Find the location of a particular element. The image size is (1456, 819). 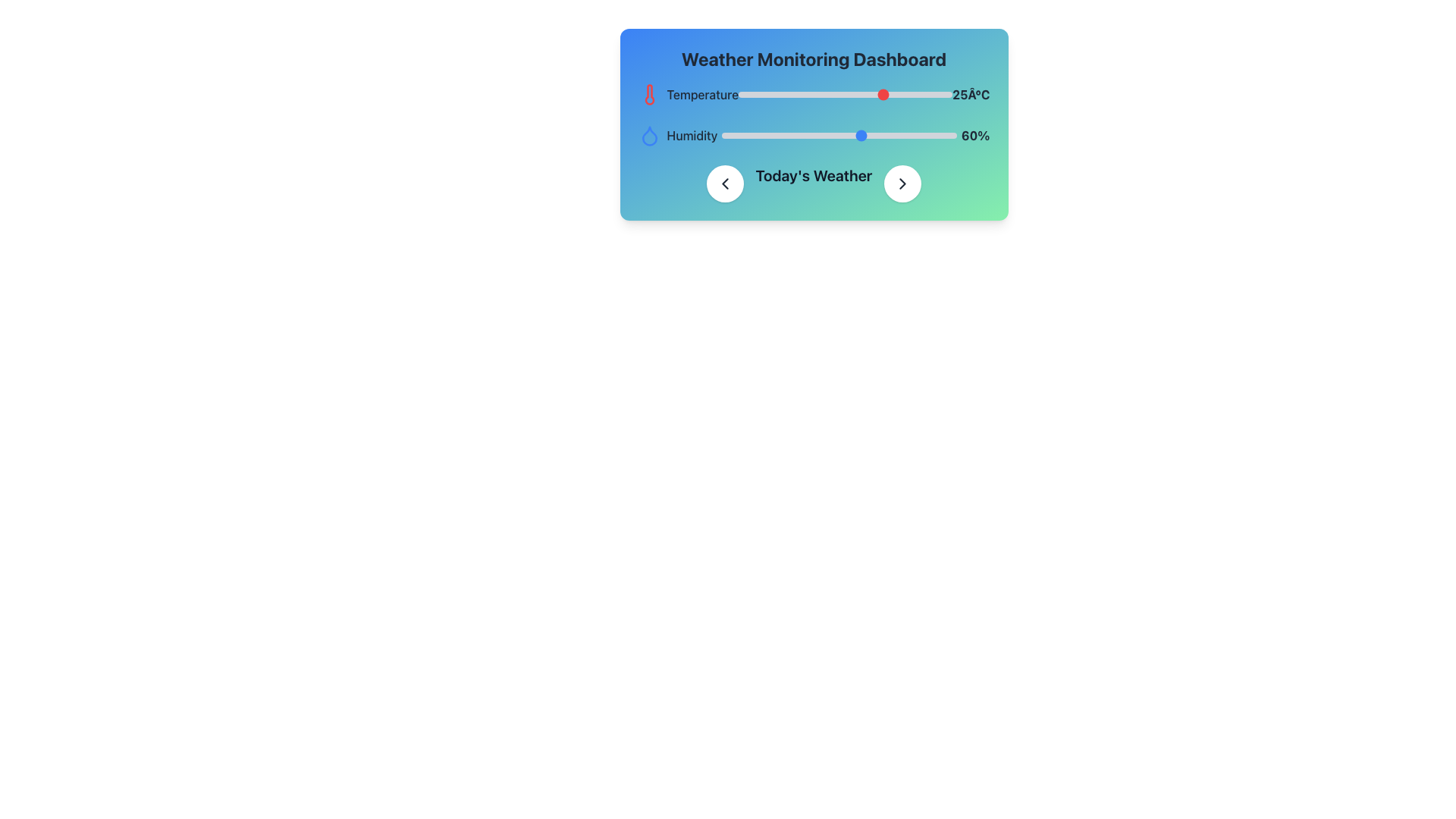

temperature is located at coordinates (847, 94).